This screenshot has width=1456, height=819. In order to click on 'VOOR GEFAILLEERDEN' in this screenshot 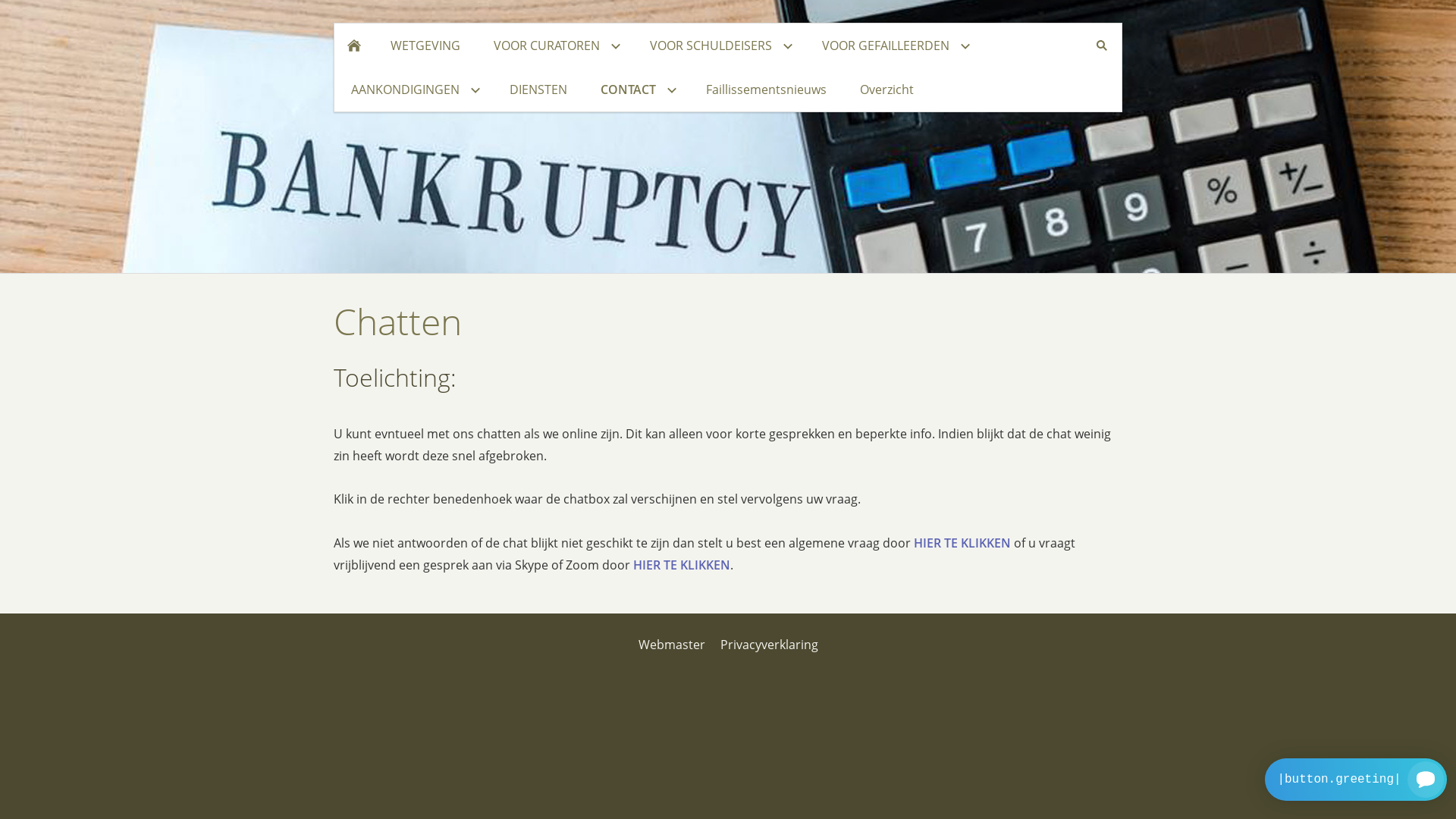, I will do `click(894, 45)`.